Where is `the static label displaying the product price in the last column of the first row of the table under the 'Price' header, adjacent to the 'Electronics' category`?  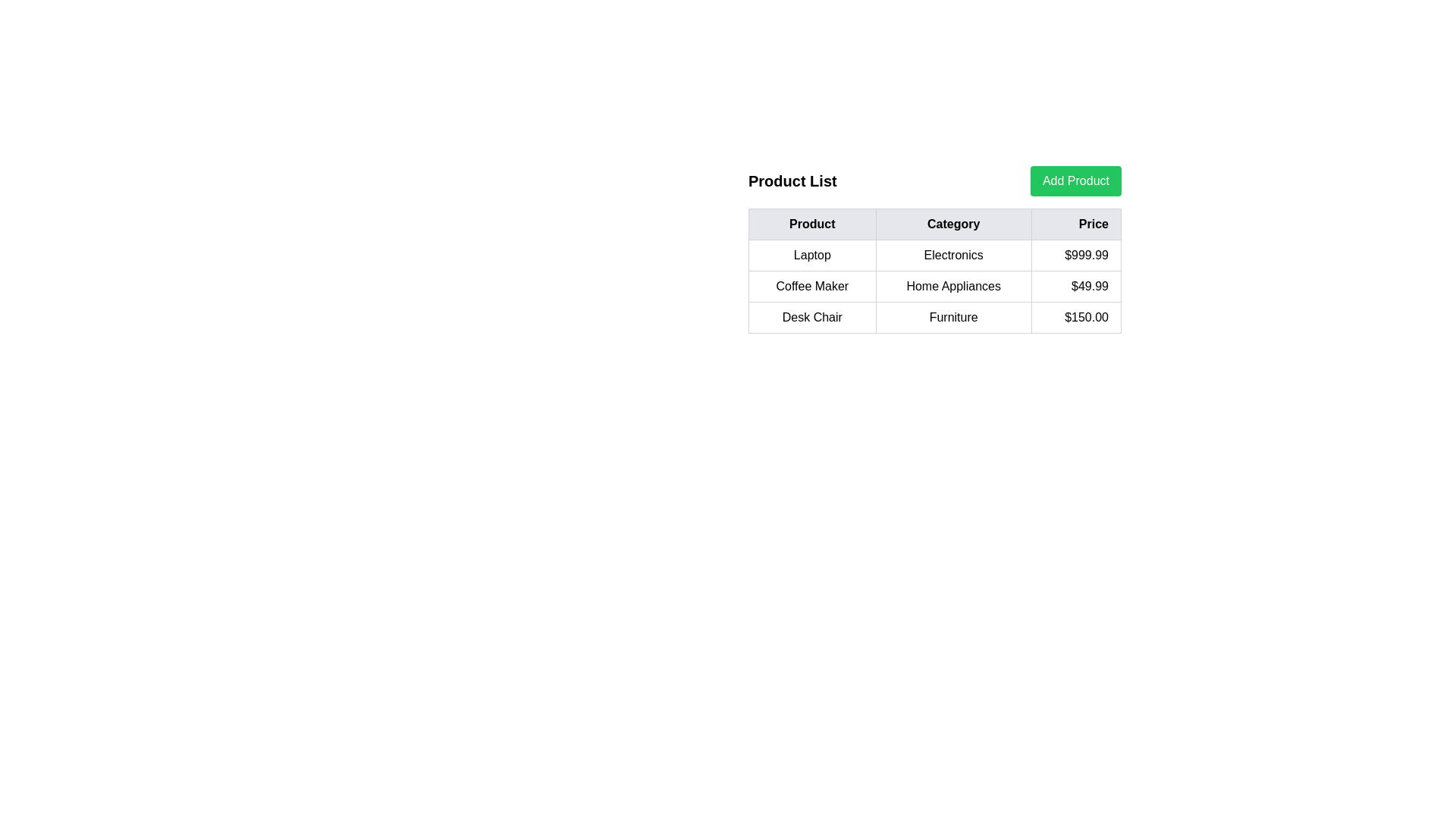
the static label displaying the product price in the last column of the first row of the table under the 'Price' header, adjacent to the 'Electronics' category is located at coordinates (1075, 254).